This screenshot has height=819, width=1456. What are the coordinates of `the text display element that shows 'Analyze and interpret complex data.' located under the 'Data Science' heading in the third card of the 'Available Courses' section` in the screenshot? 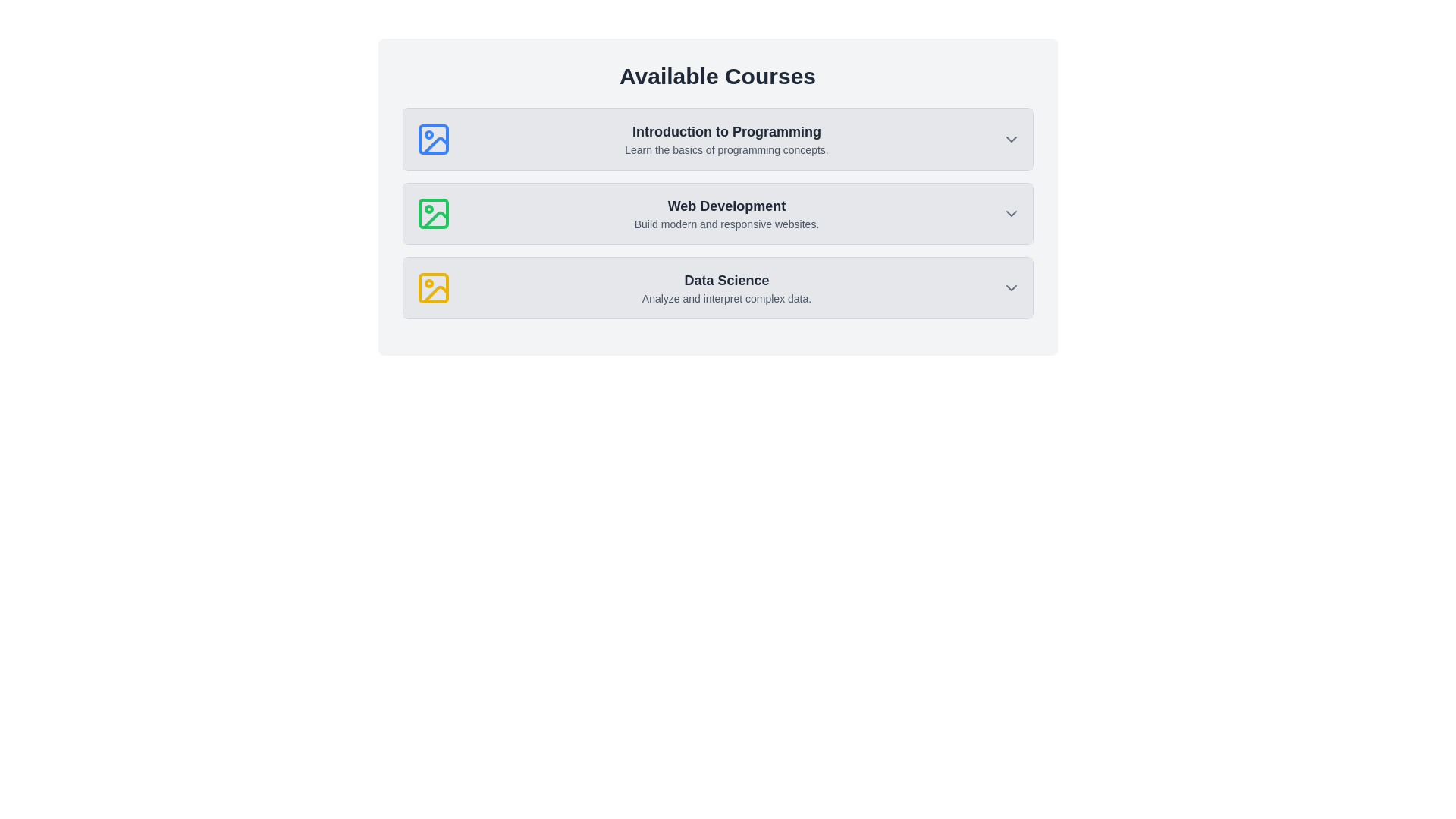 It's located at (726, 298).